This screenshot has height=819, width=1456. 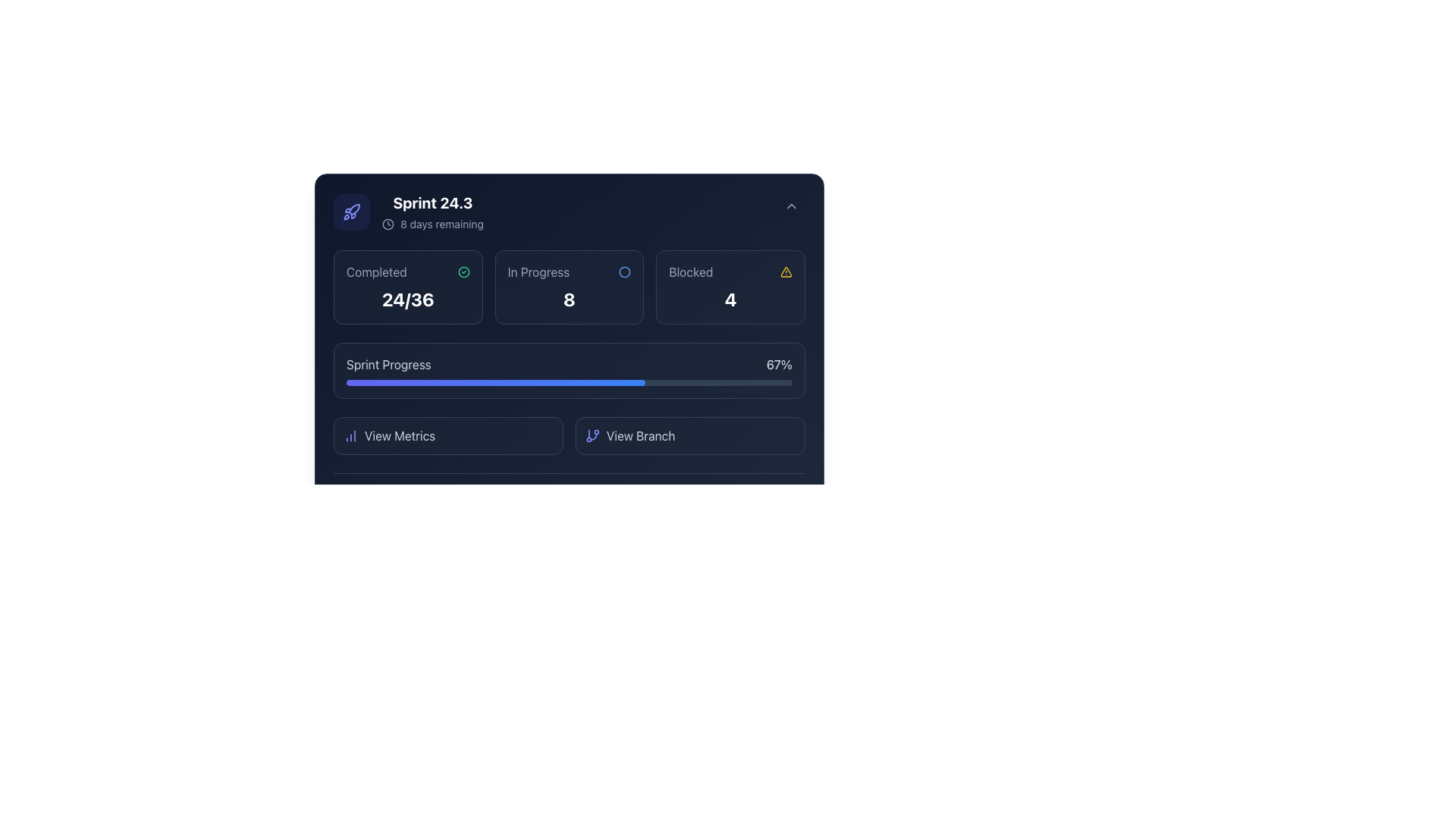 I want to click on the button located in the top-right corner of the interface section to change its background, so click(x=790, y=206).